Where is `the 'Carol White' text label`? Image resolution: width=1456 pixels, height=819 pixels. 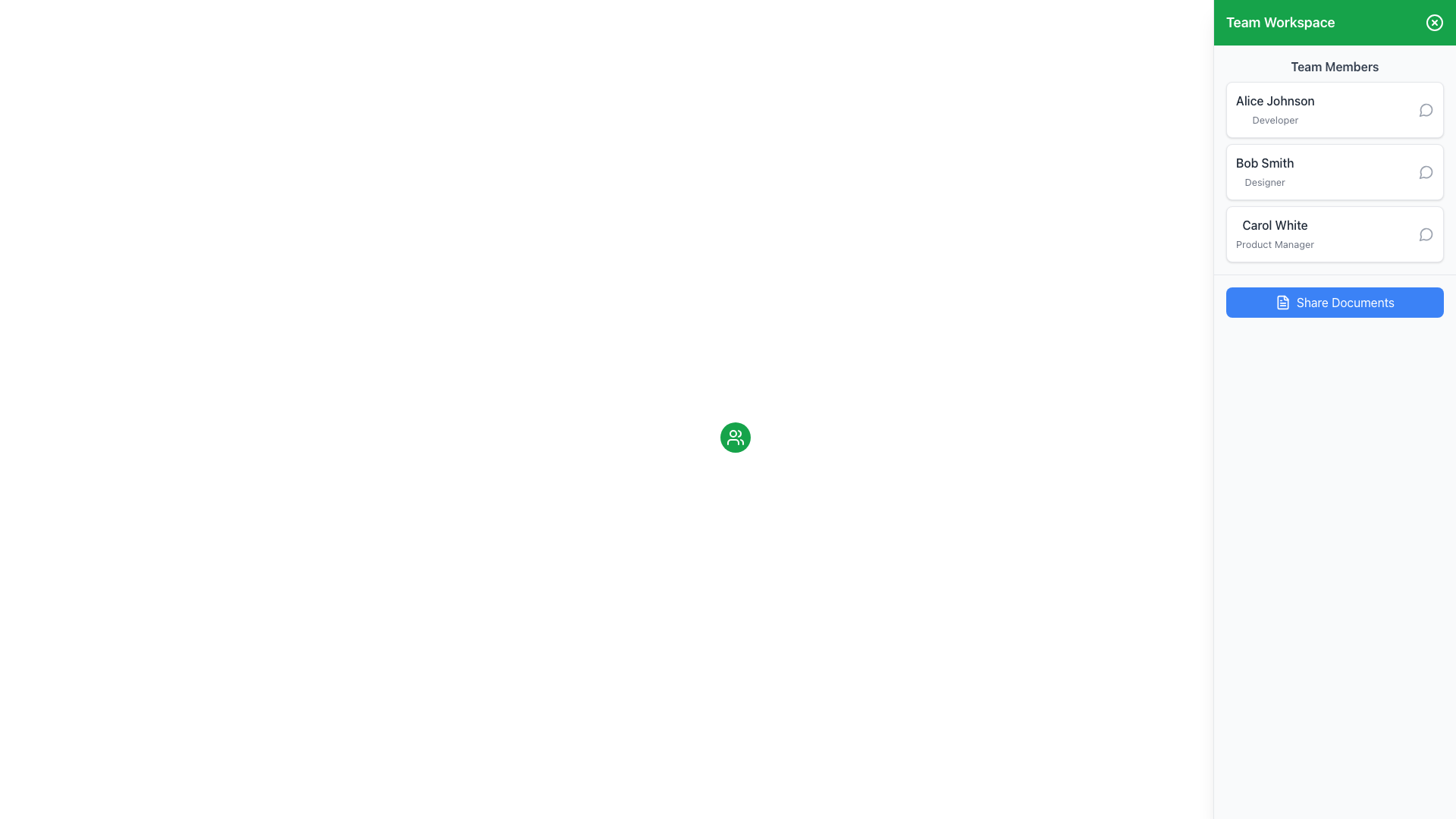 the 'Carol White' text label is located at coordinates (1274, 225).